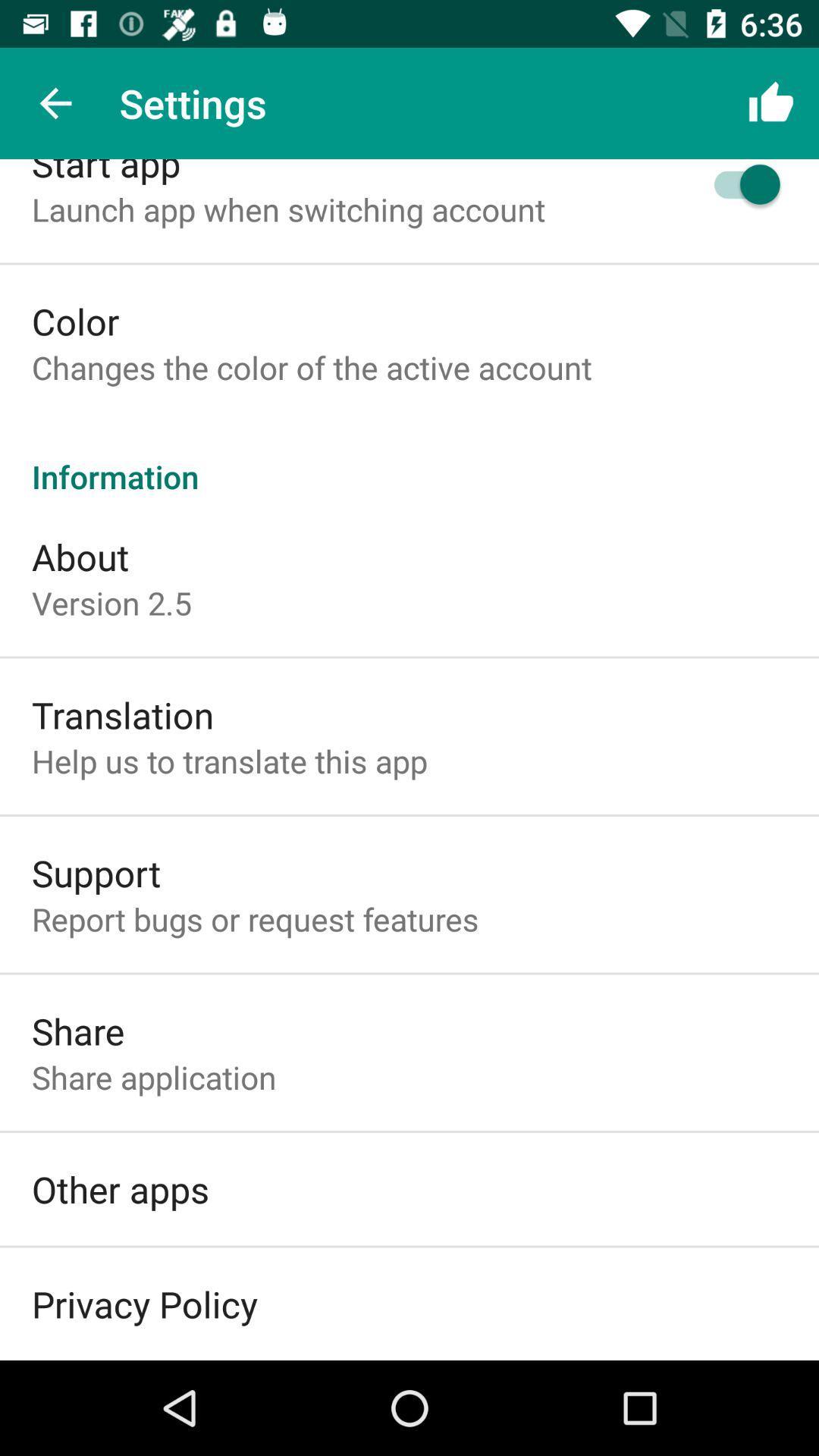  I want to click on item below other apps item, so click(144, 1303).